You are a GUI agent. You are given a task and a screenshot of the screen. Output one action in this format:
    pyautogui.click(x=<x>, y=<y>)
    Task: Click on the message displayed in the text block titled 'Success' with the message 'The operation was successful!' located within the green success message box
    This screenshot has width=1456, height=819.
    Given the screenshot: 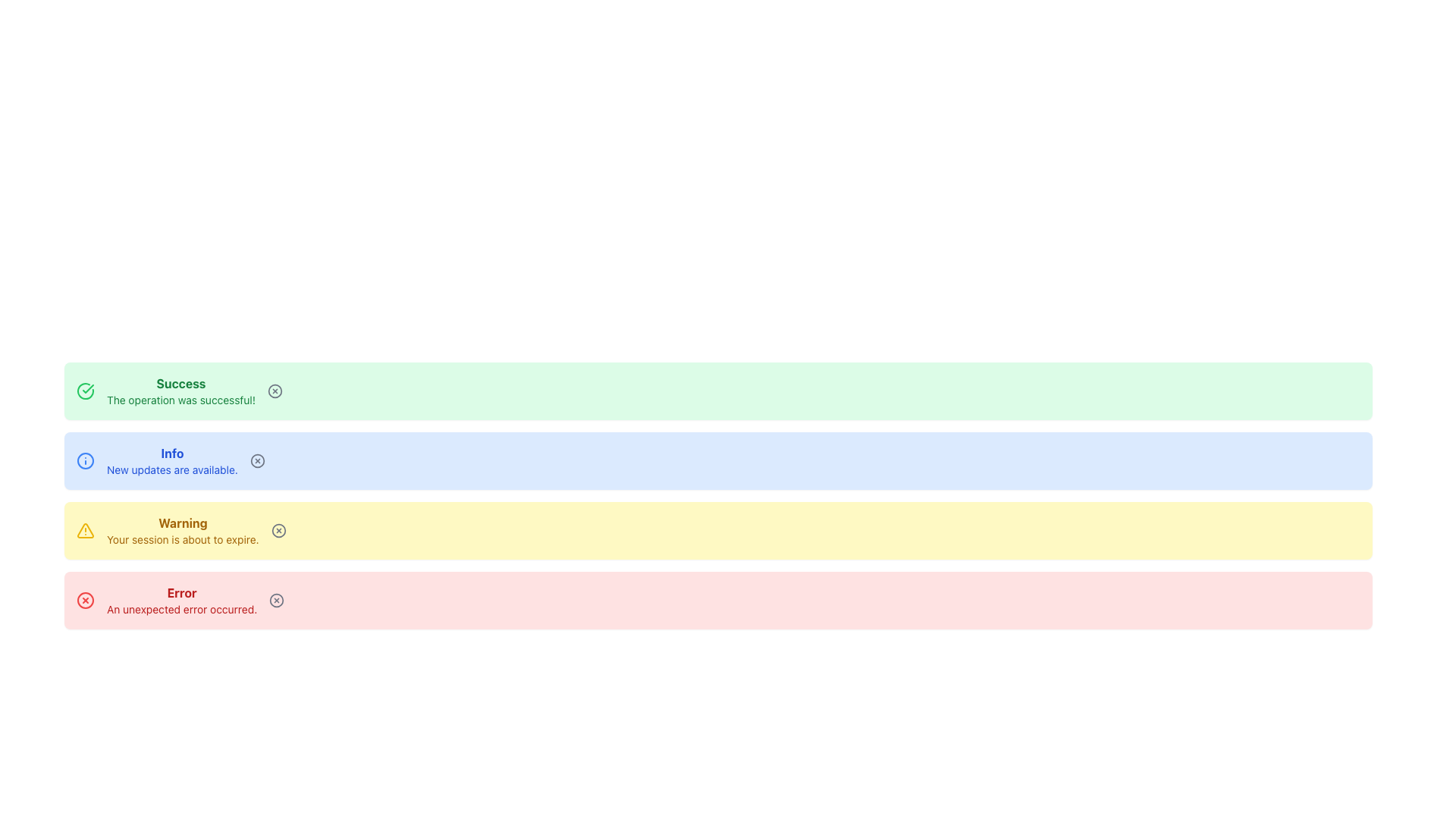 What is the action you would take?
    pyautogui.click(x=181, y=391)
    